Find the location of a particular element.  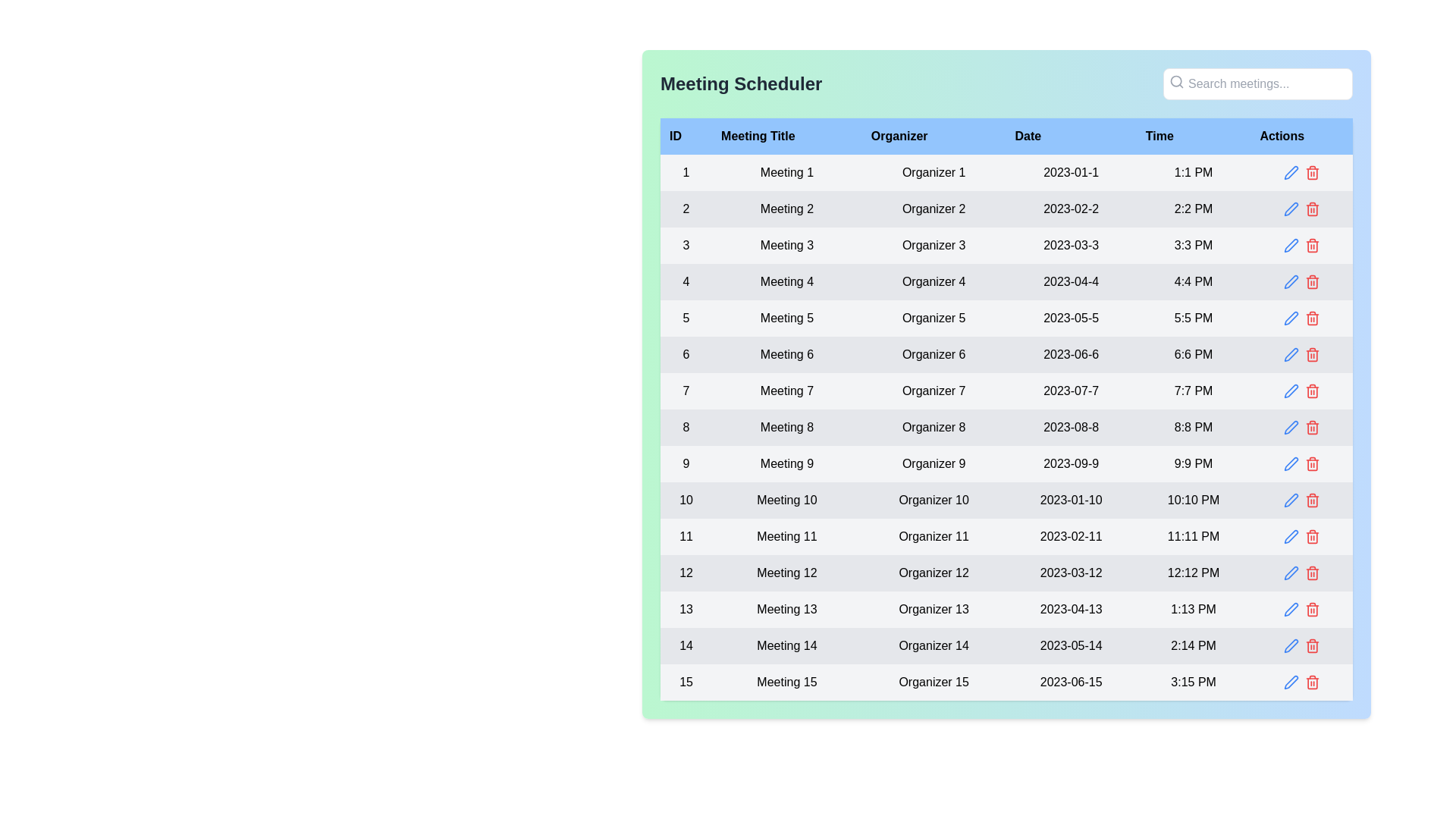

the delete button icon located in the 'Actions' column of the meeting table for 'Meeting 9' is located at coordinates (1311, 463).